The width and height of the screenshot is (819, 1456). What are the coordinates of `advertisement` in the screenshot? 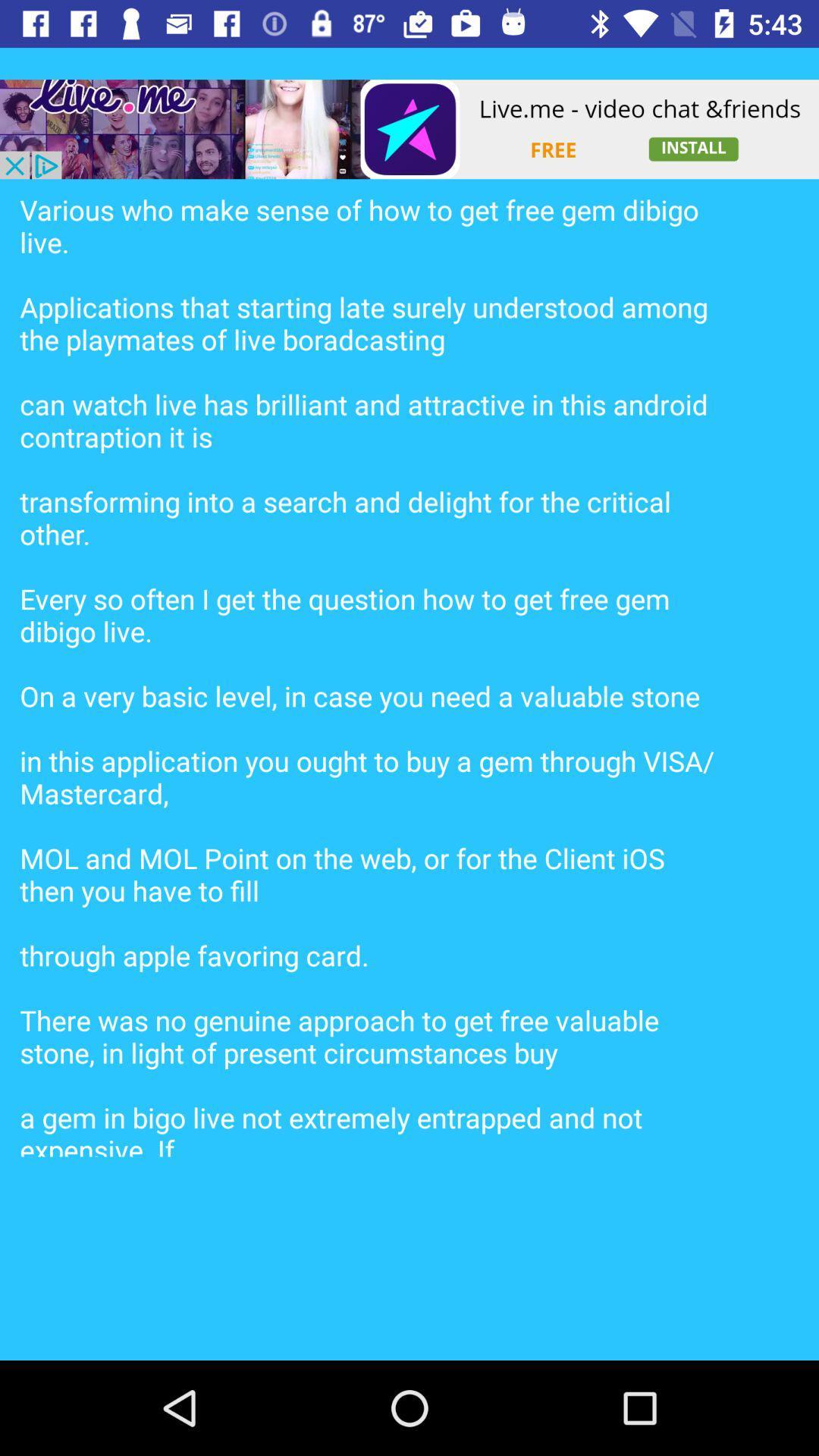 It's located at (409, 129).